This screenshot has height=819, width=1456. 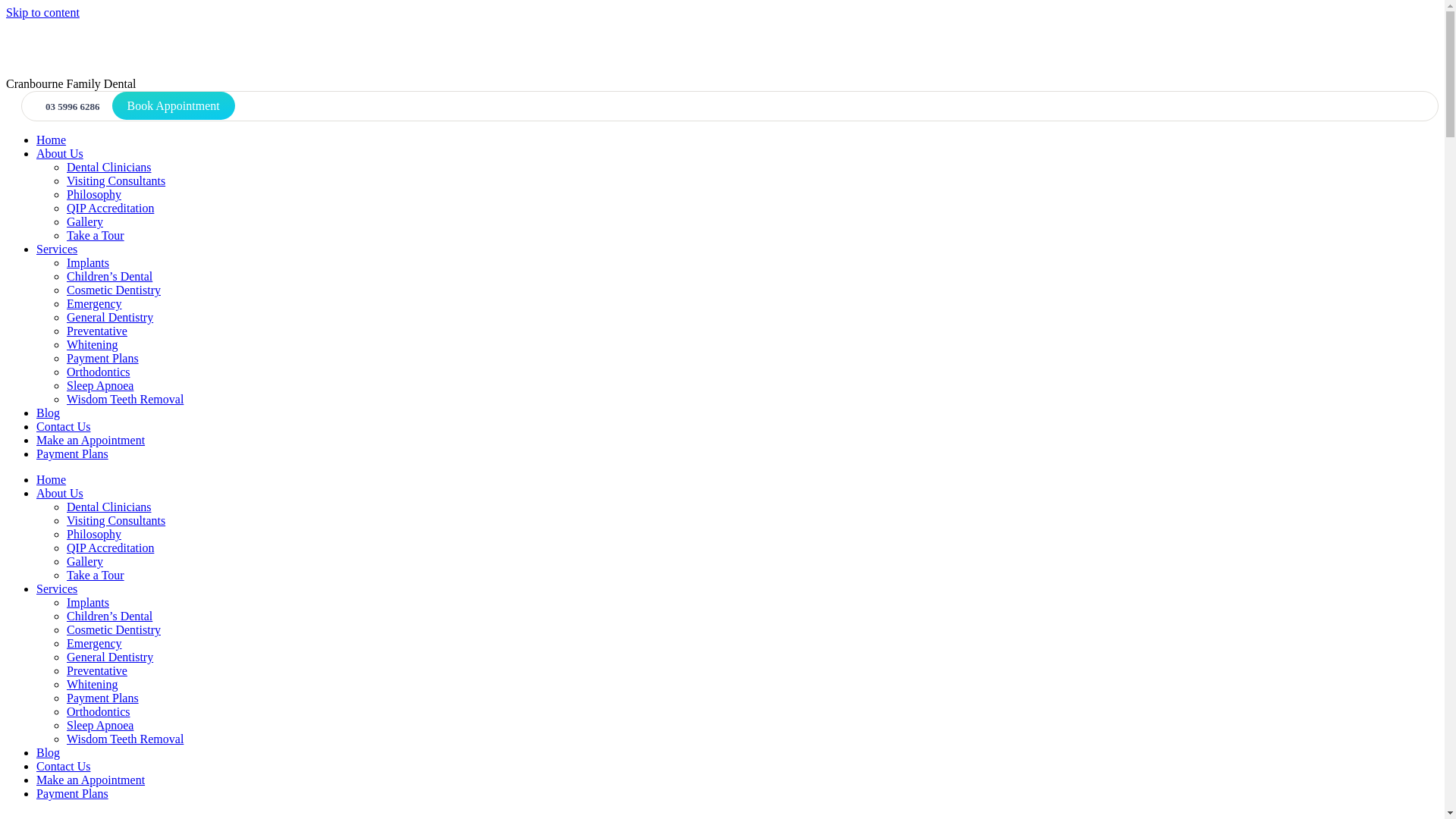 I want to click on 'Take a Tour', so click(x=94, y=575).